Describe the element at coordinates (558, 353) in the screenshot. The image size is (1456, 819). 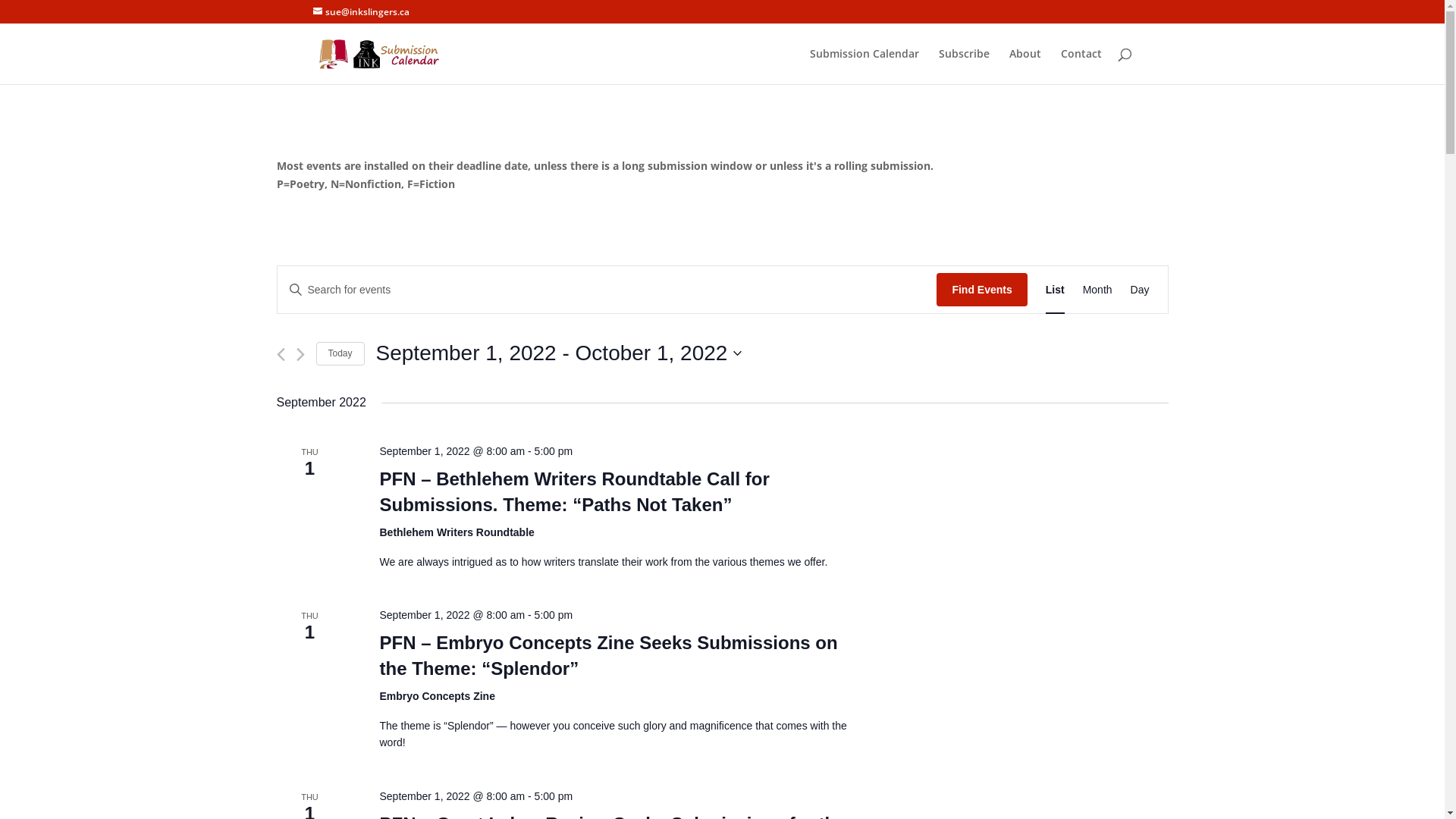
I see `'September 1, 2022` at that location.